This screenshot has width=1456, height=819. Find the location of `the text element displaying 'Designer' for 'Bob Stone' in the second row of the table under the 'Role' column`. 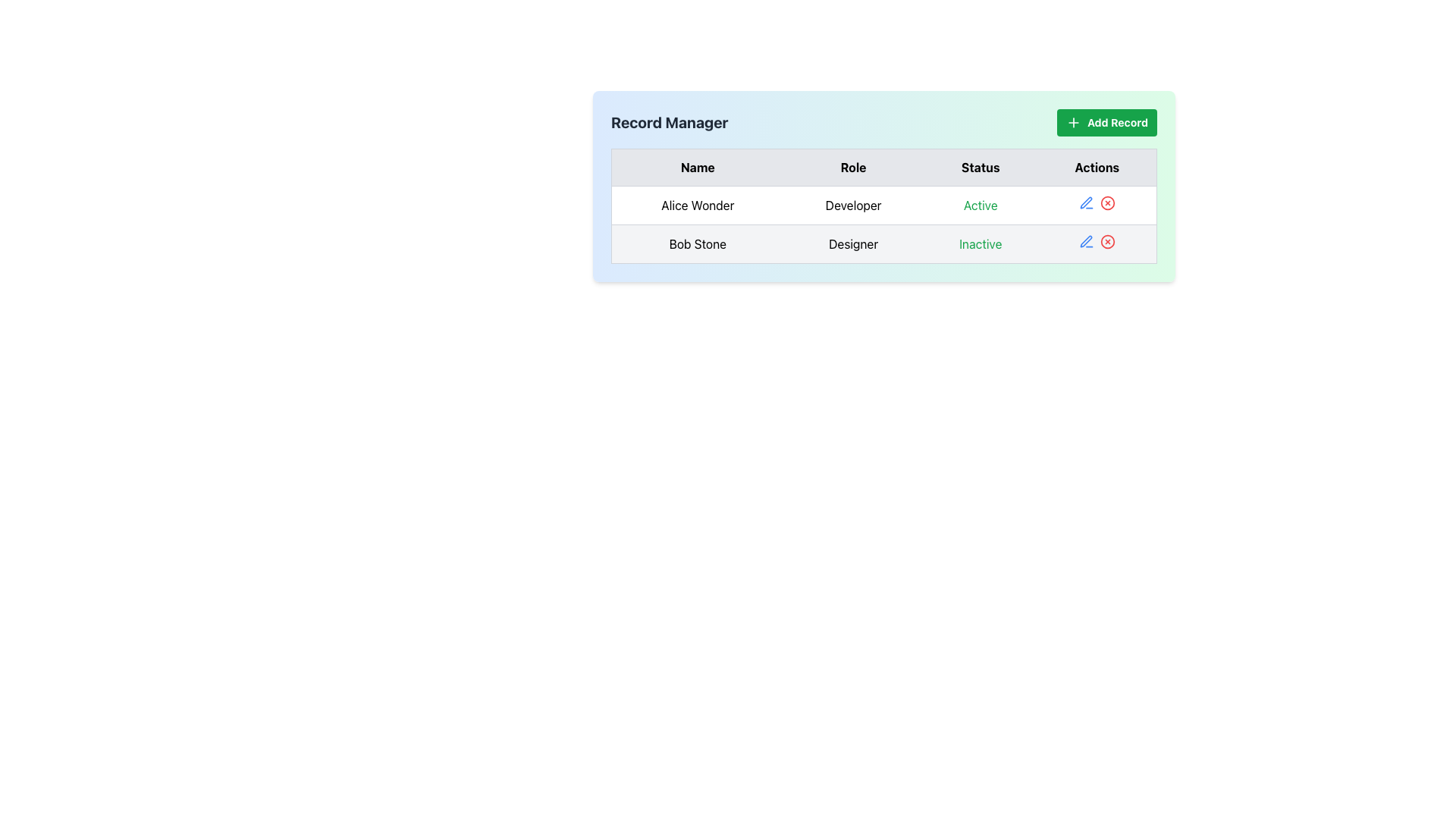

the text element displaying 'Designer' for 'Bob Stone' in the second row of the table under the 'Role' column is located at coordinates (853, 243).